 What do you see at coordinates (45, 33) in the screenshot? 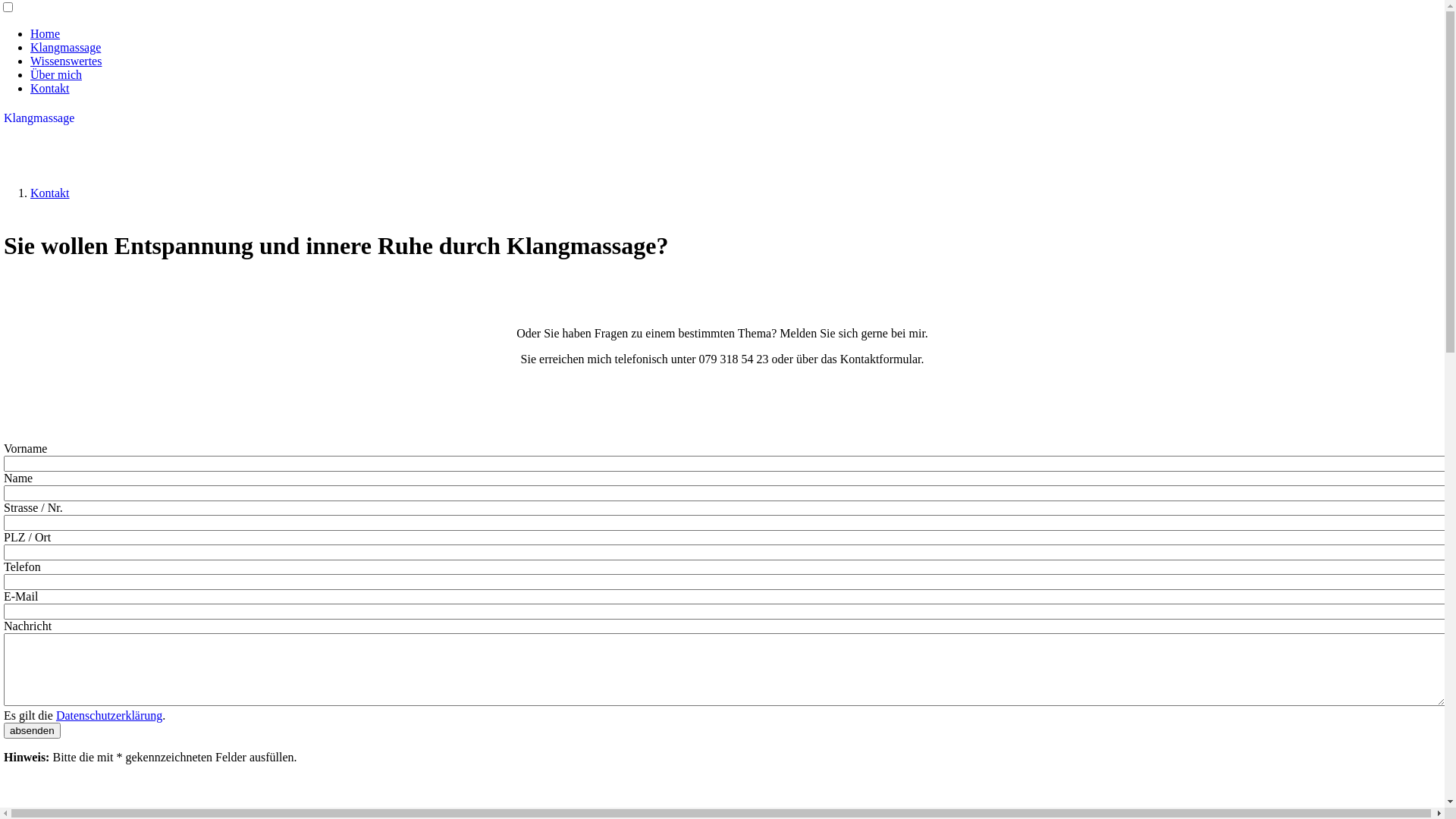
I see `'Home'` at bounding box center [45, 33].